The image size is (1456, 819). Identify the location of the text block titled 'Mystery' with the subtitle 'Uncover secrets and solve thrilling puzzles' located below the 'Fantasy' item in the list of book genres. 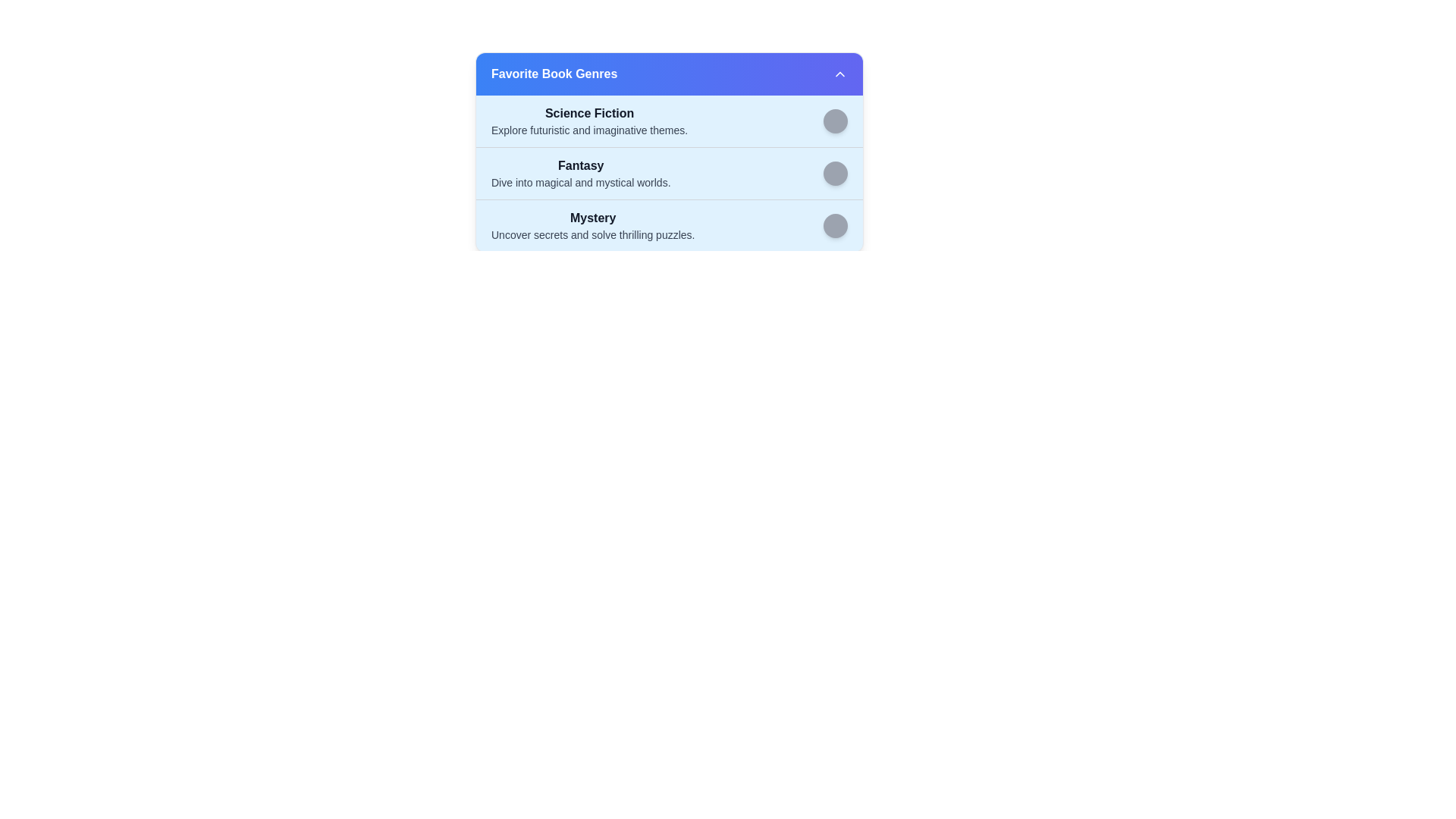
(592, 225).